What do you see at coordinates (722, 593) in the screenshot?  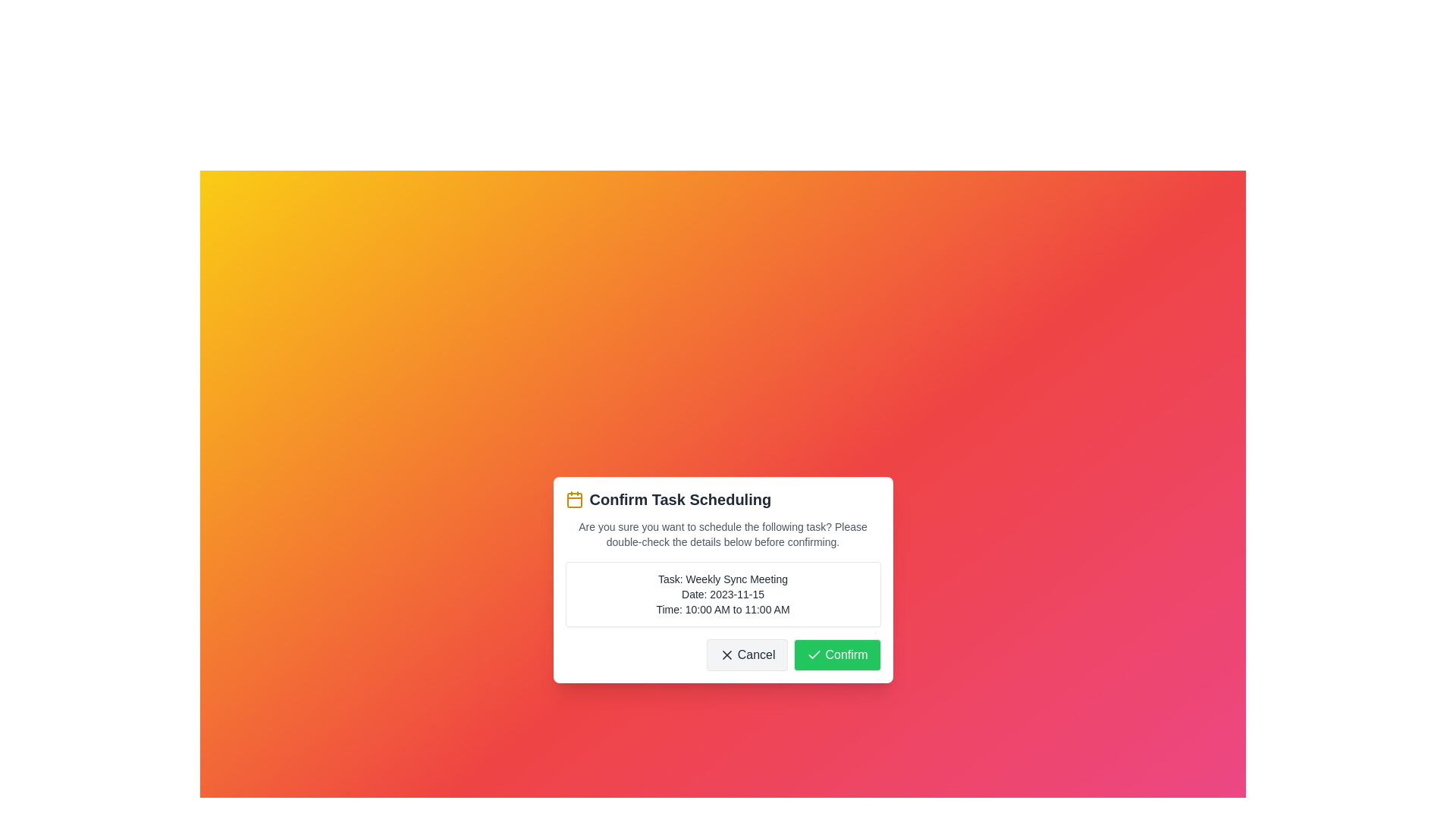 I see `the Text Display Box that displays the task title 'Task: Weekly Sync Meeting', the date 'Date: 2023-11-15', and the time range 'Time: 10:00 AM to 11:00 AM', which is centrally located in the modal dialog box` at bounding box center [722, 593].